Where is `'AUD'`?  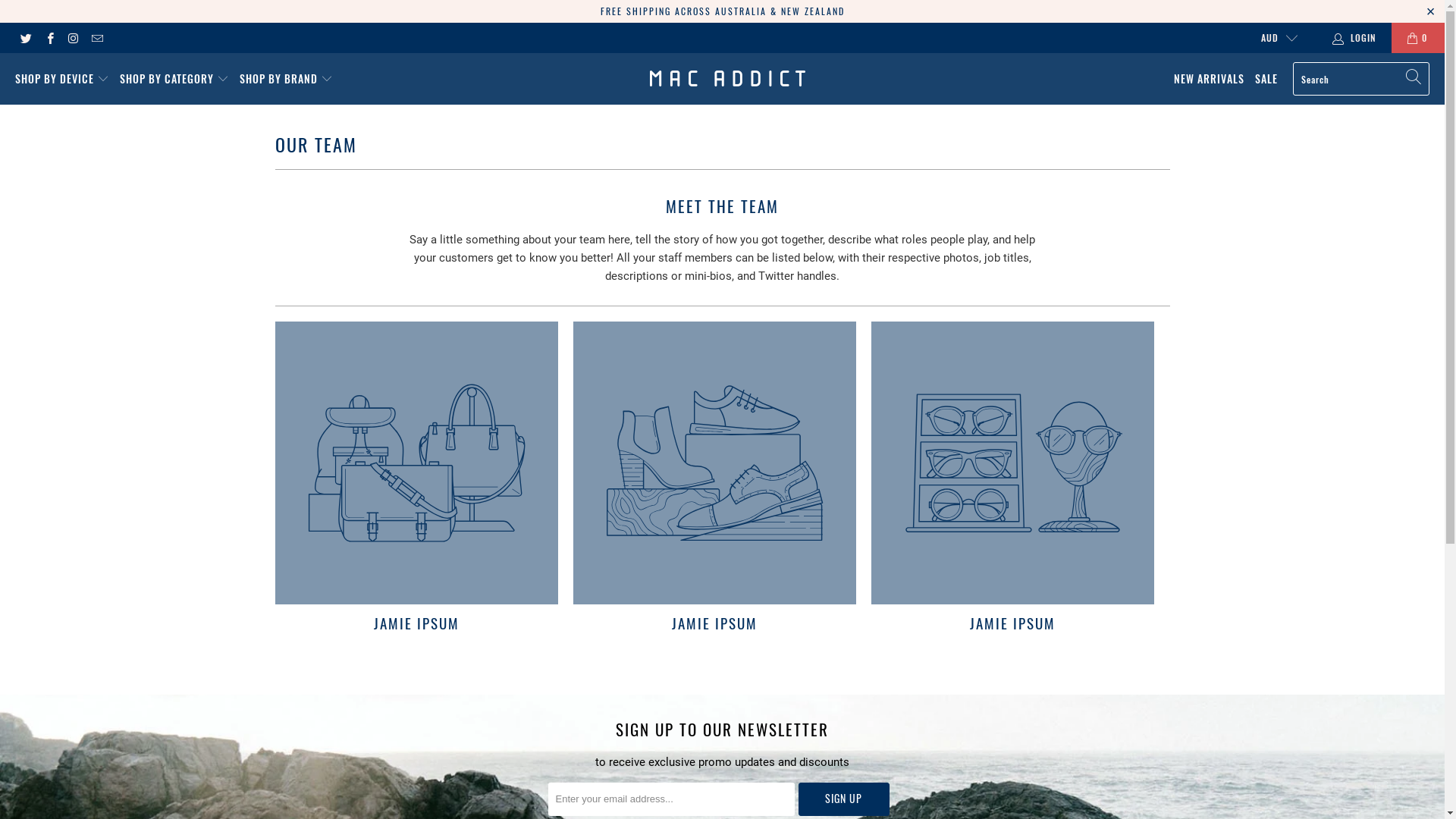 'AUD' is located at coordinates (1272, 37).